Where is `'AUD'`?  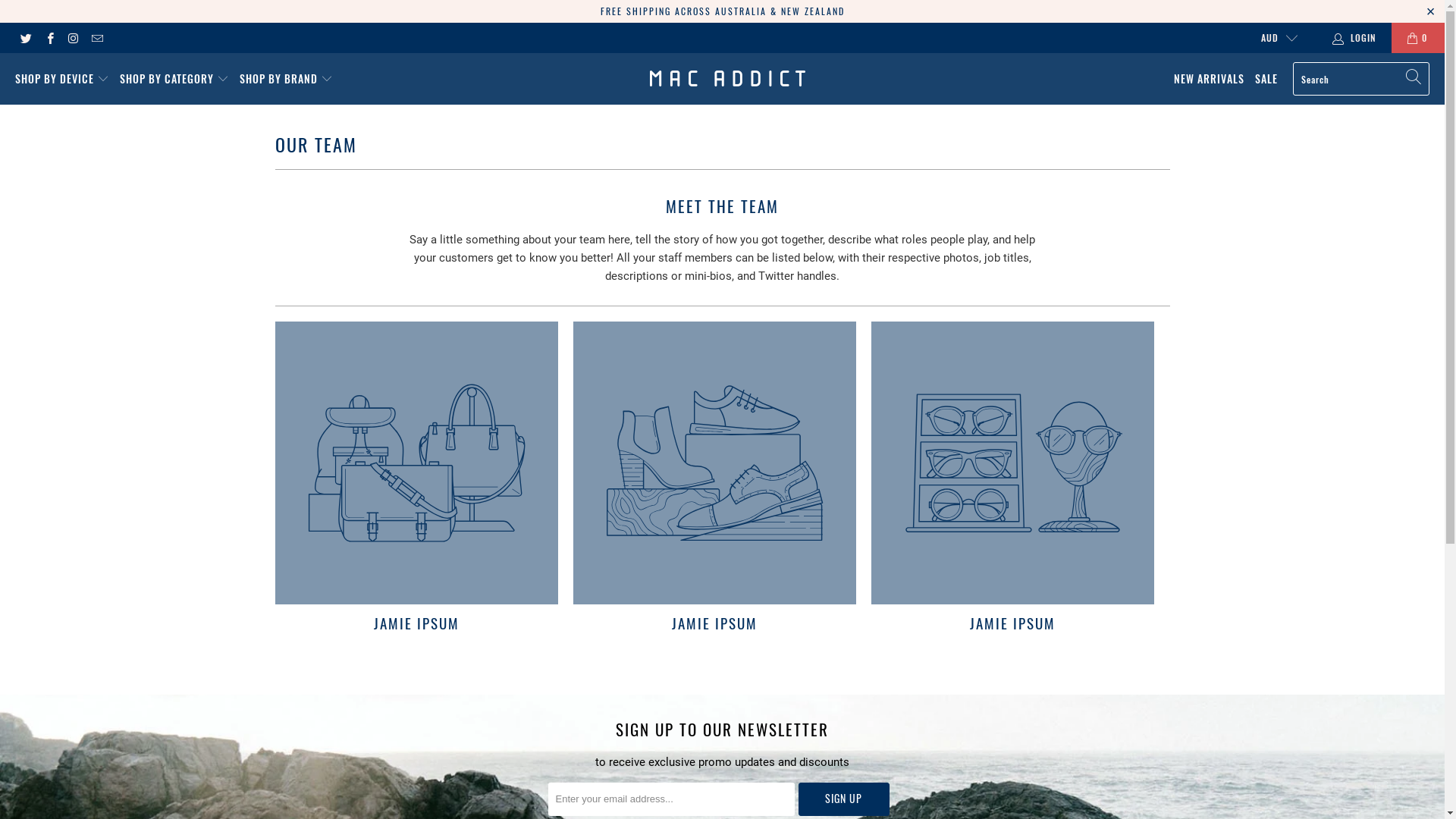 'AUD' is located at coordinates (1272, 37).